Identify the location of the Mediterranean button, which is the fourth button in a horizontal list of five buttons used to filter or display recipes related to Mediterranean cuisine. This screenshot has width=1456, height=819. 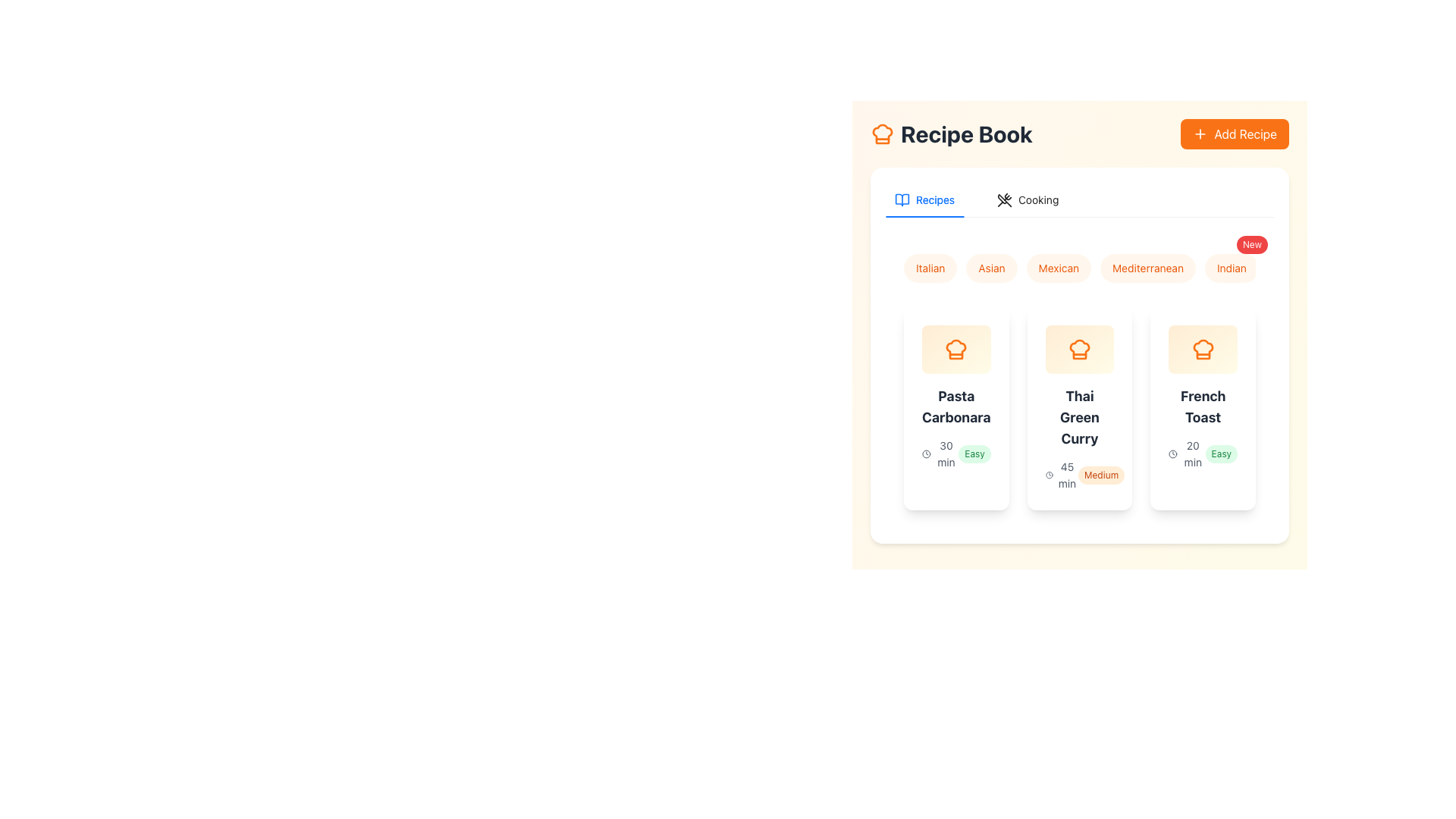
(1148, 268).